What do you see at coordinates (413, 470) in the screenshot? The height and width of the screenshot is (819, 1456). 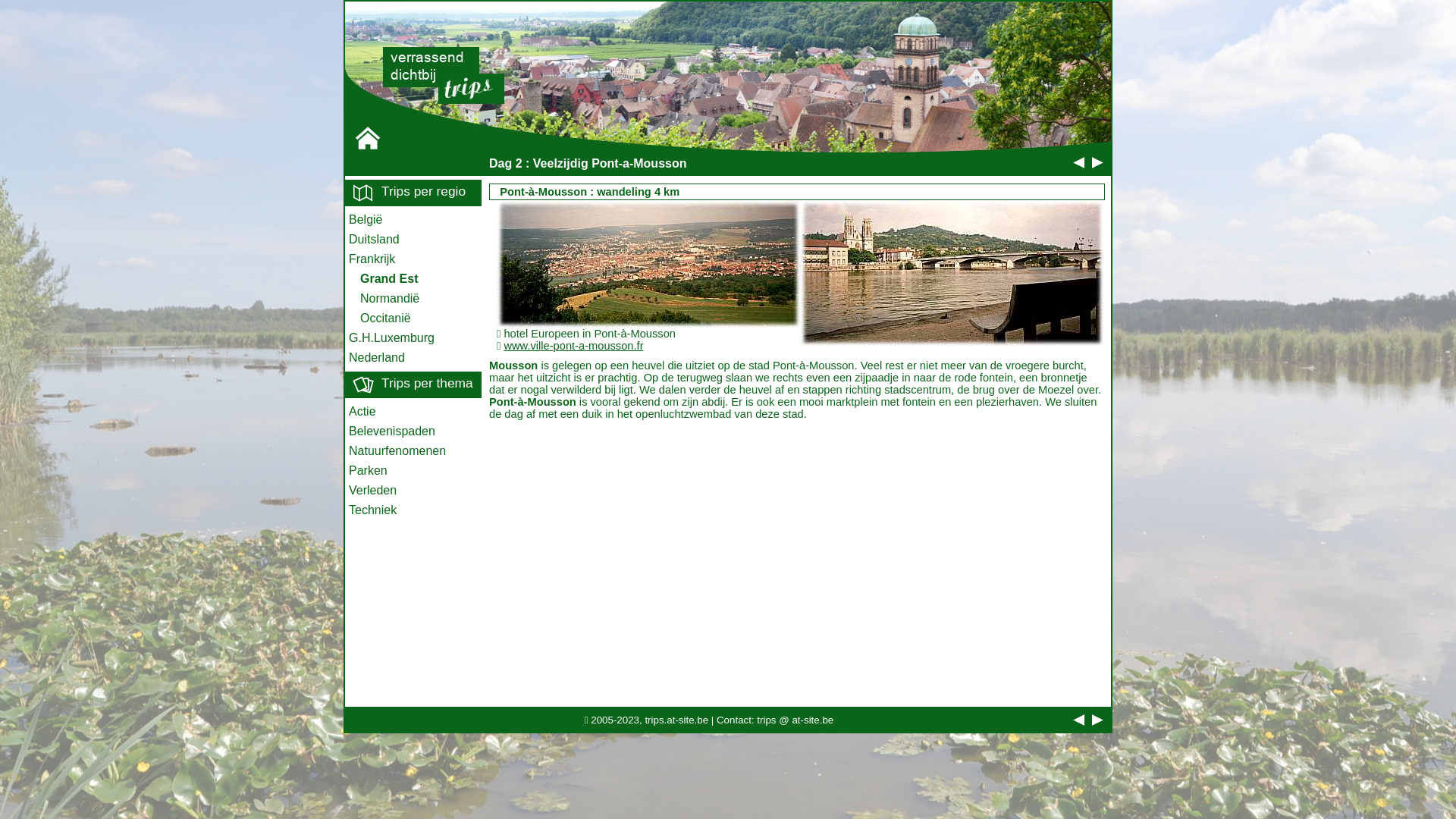 I see `'Parken'` at bounding box center [413, 470].